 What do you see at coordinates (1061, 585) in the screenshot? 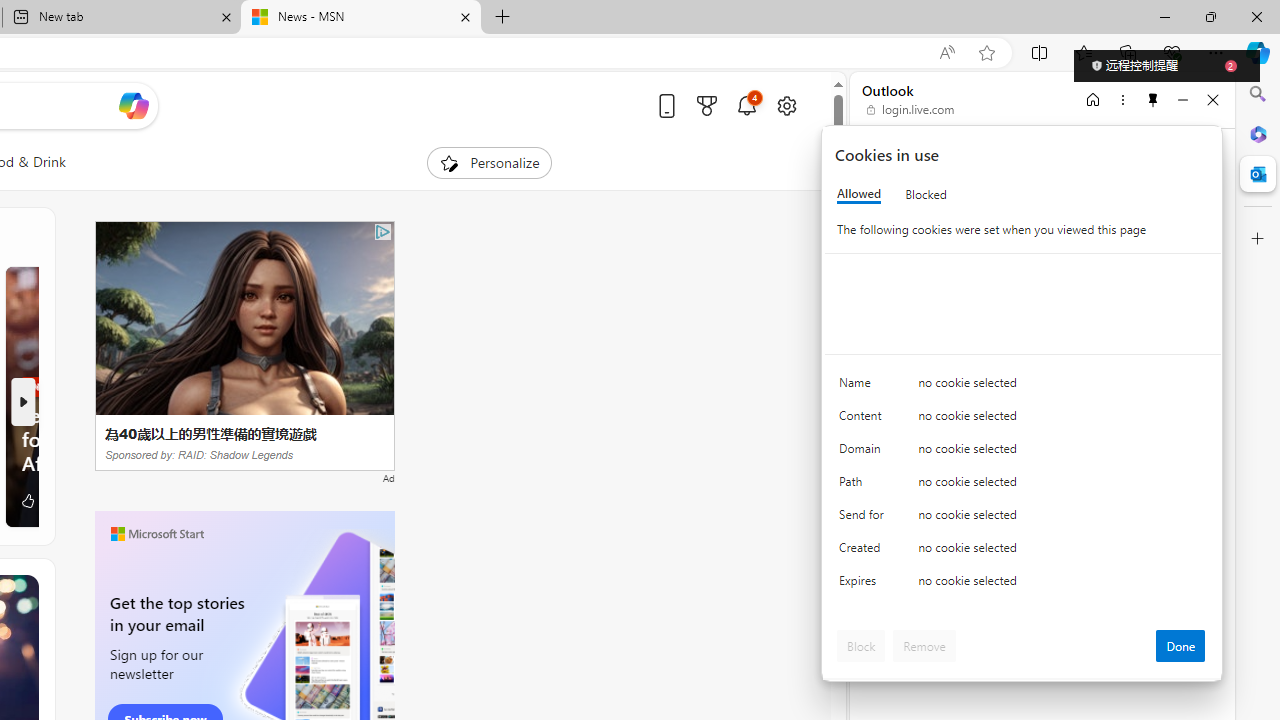
I see `'no cookie selected'` at bounding box center [1061, 585].